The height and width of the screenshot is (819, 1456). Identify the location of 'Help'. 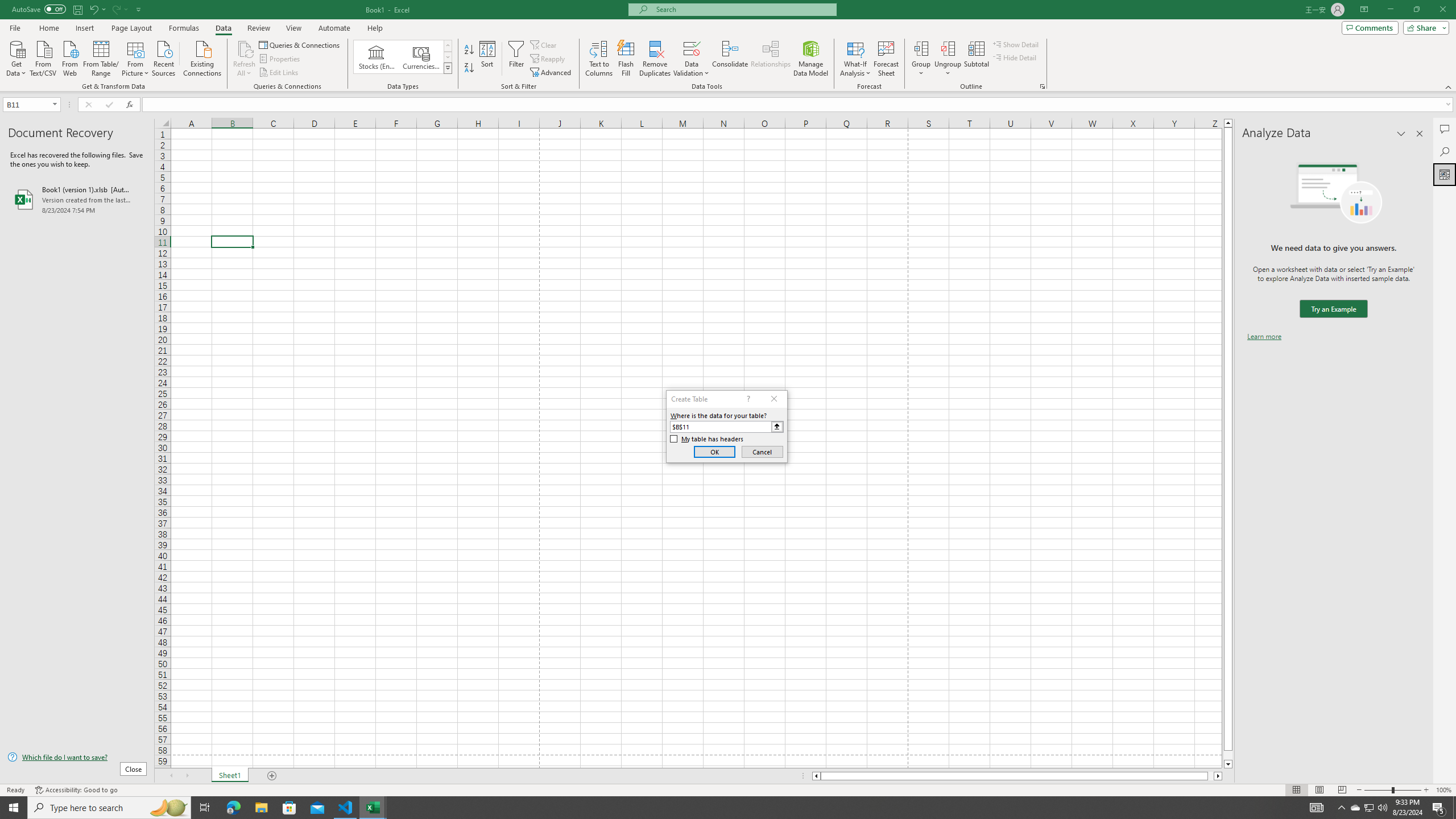
(375, 28).